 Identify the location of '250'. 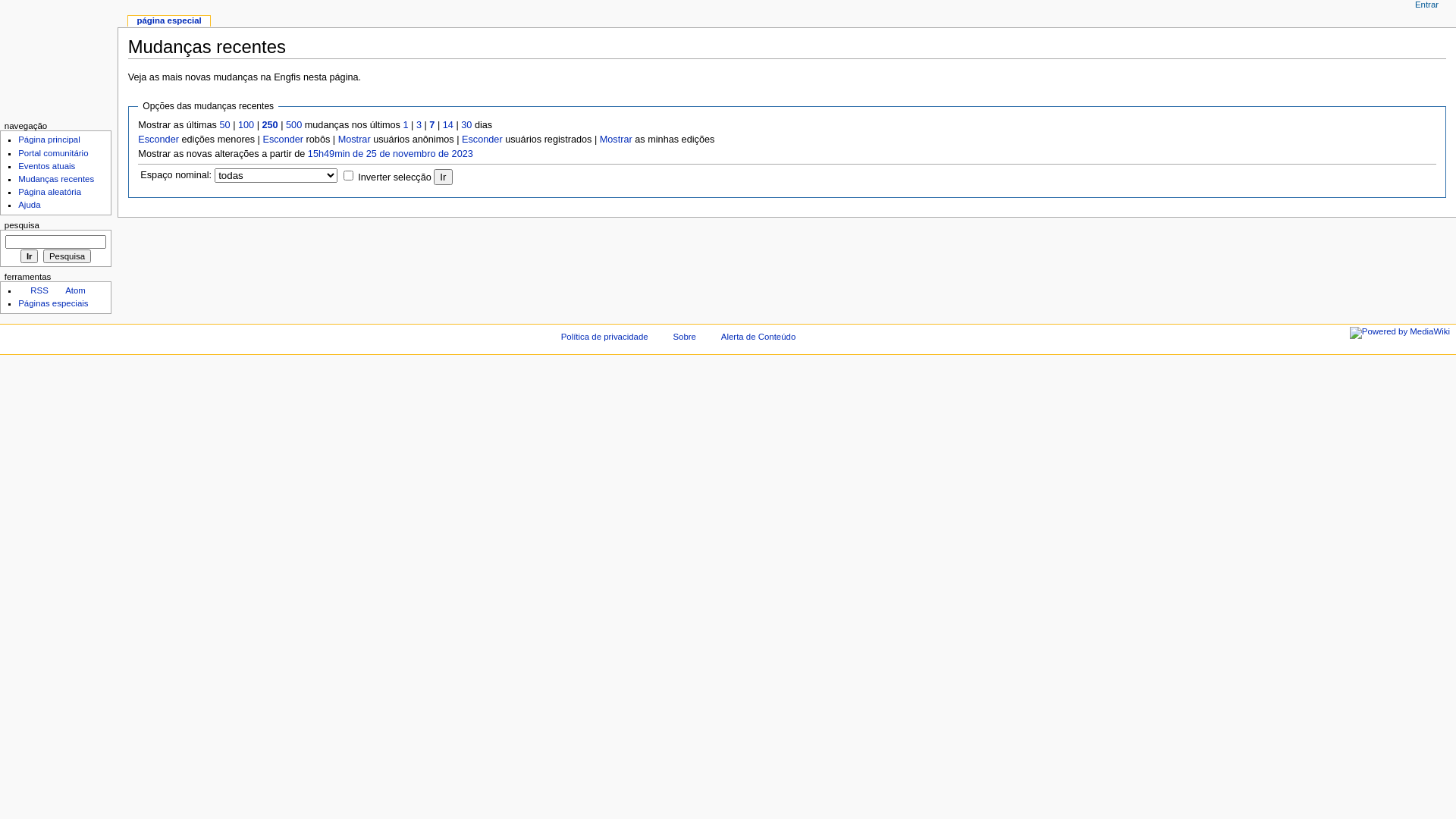
(270, 124).